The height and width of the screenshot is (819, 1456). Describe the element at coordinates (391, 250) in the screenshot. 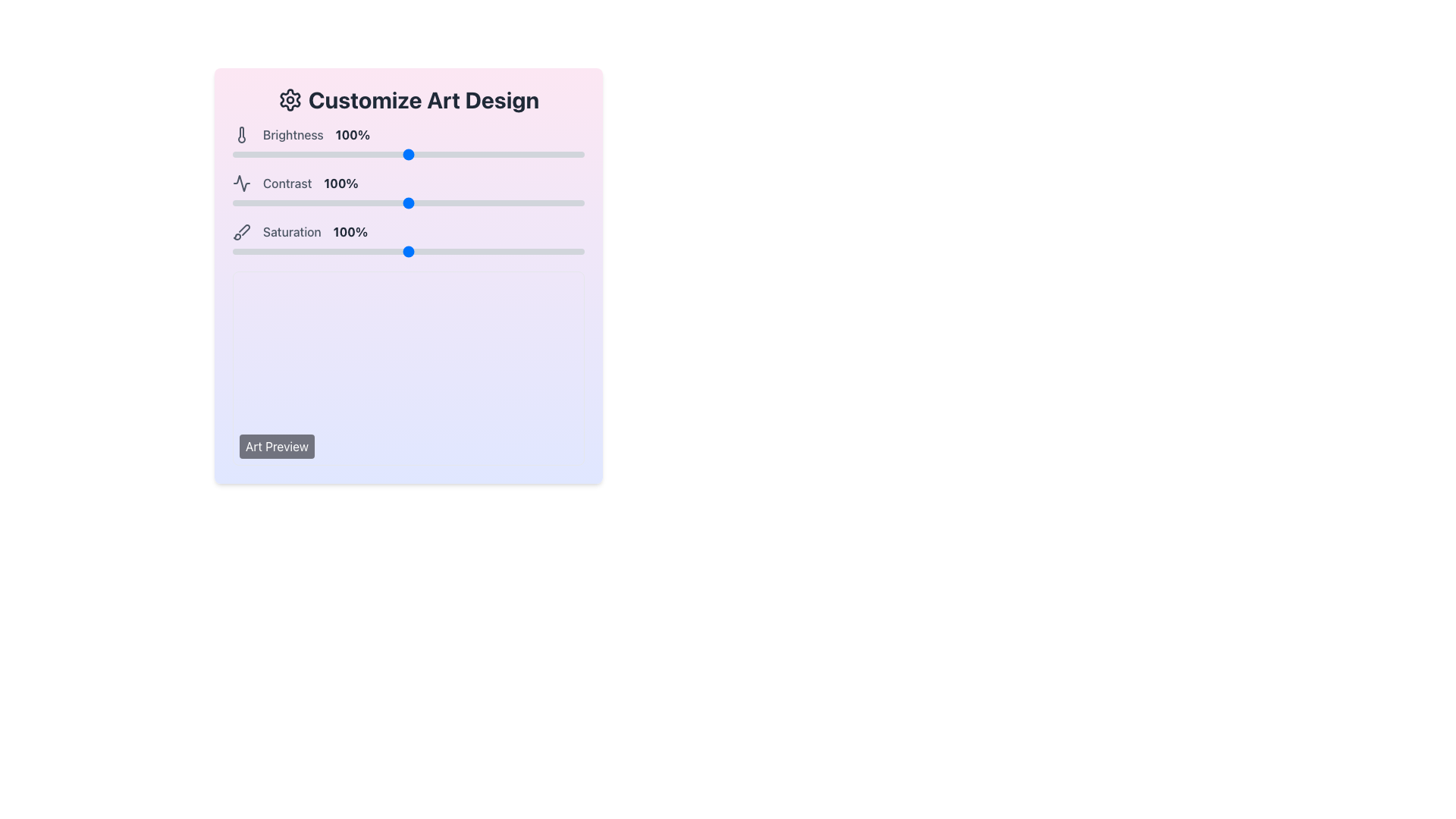

I see `the saturation` at that location.